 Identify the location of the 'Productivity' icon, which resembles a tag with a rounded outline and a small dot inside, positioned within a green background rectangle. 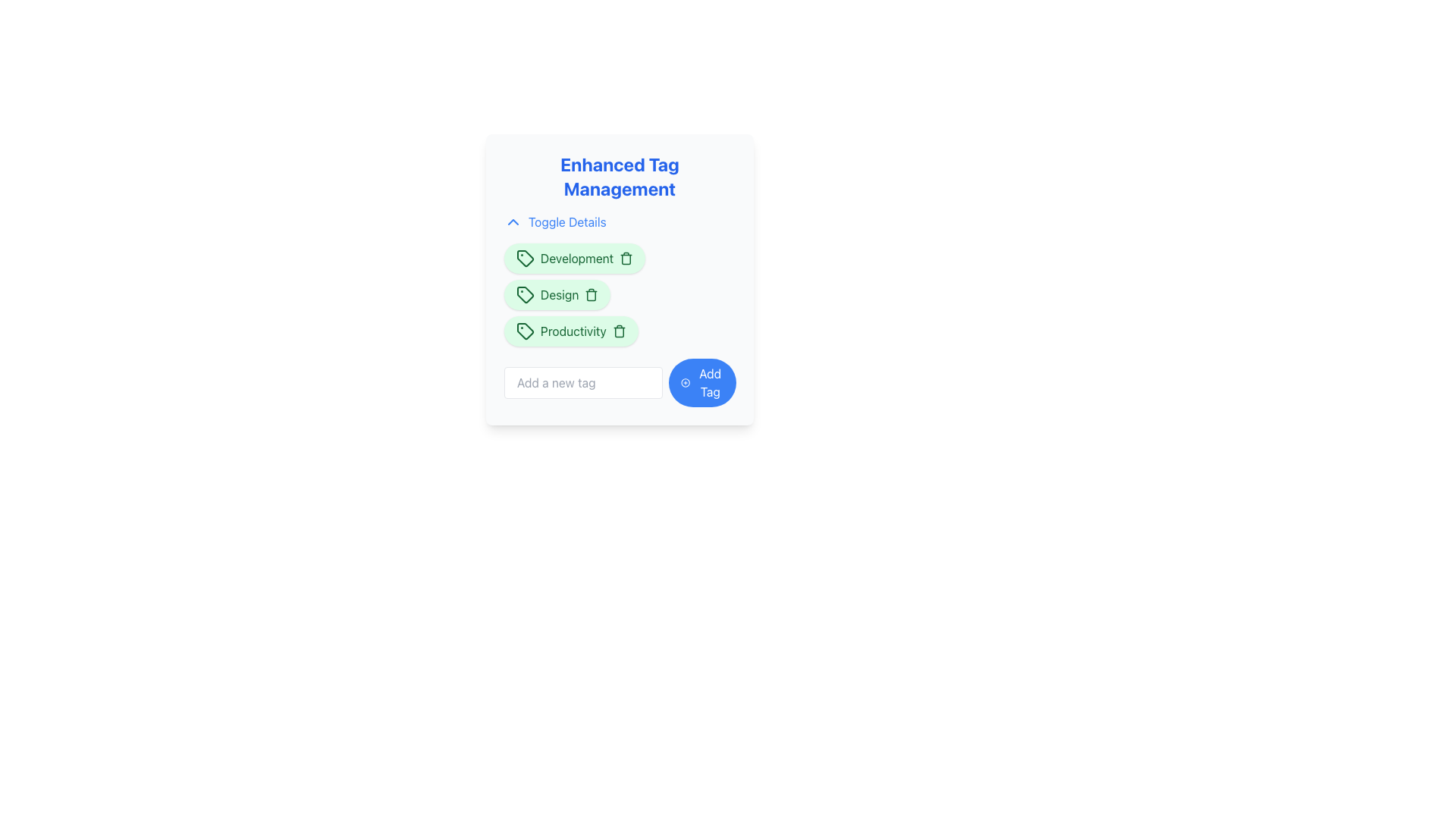
(525, 330).